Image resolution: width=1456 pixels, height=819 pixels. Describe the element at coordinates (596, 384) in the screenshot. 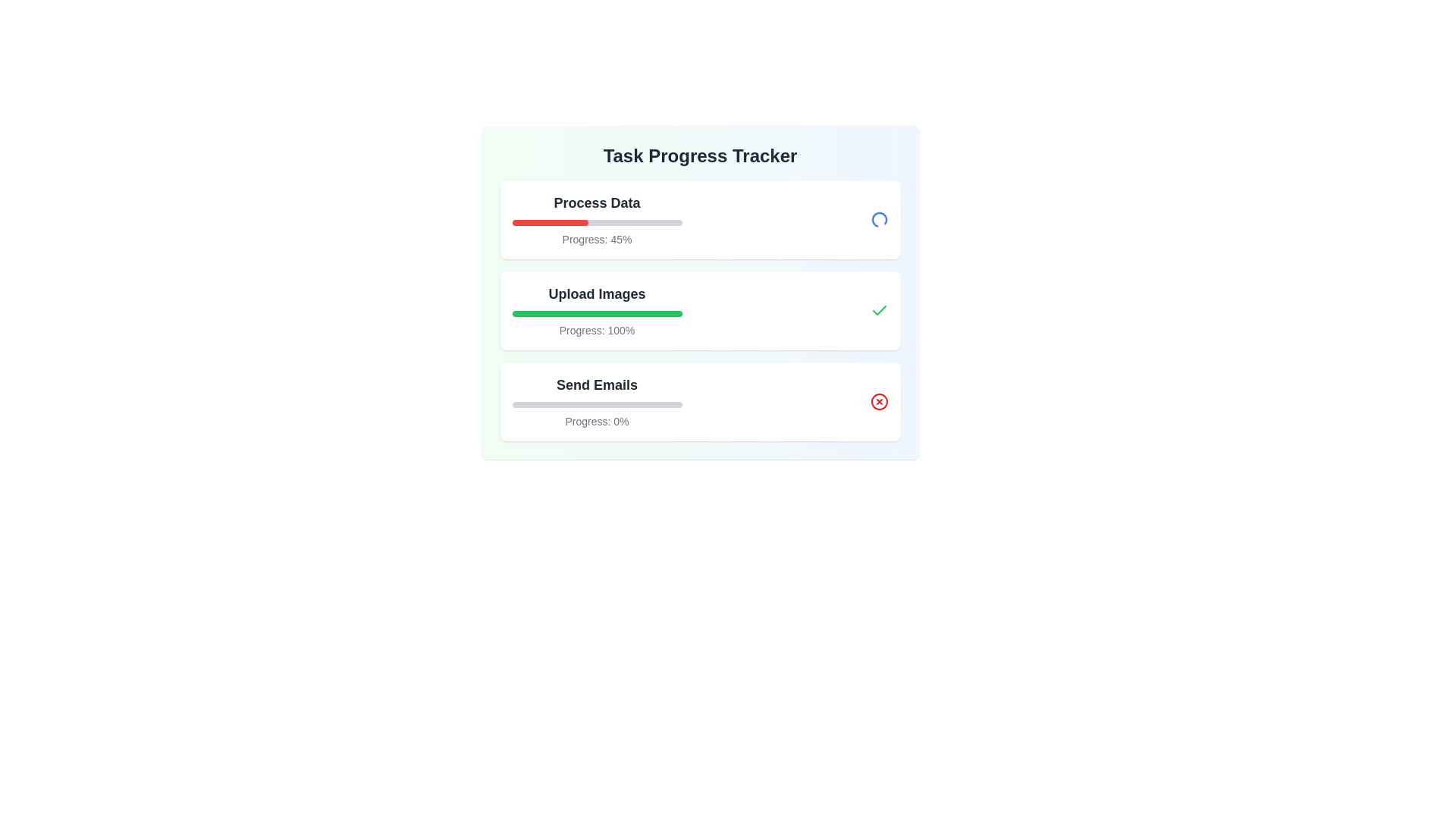

I see `the 'Send Emails' text label, which serves as the title for the third task in the list` at that location.